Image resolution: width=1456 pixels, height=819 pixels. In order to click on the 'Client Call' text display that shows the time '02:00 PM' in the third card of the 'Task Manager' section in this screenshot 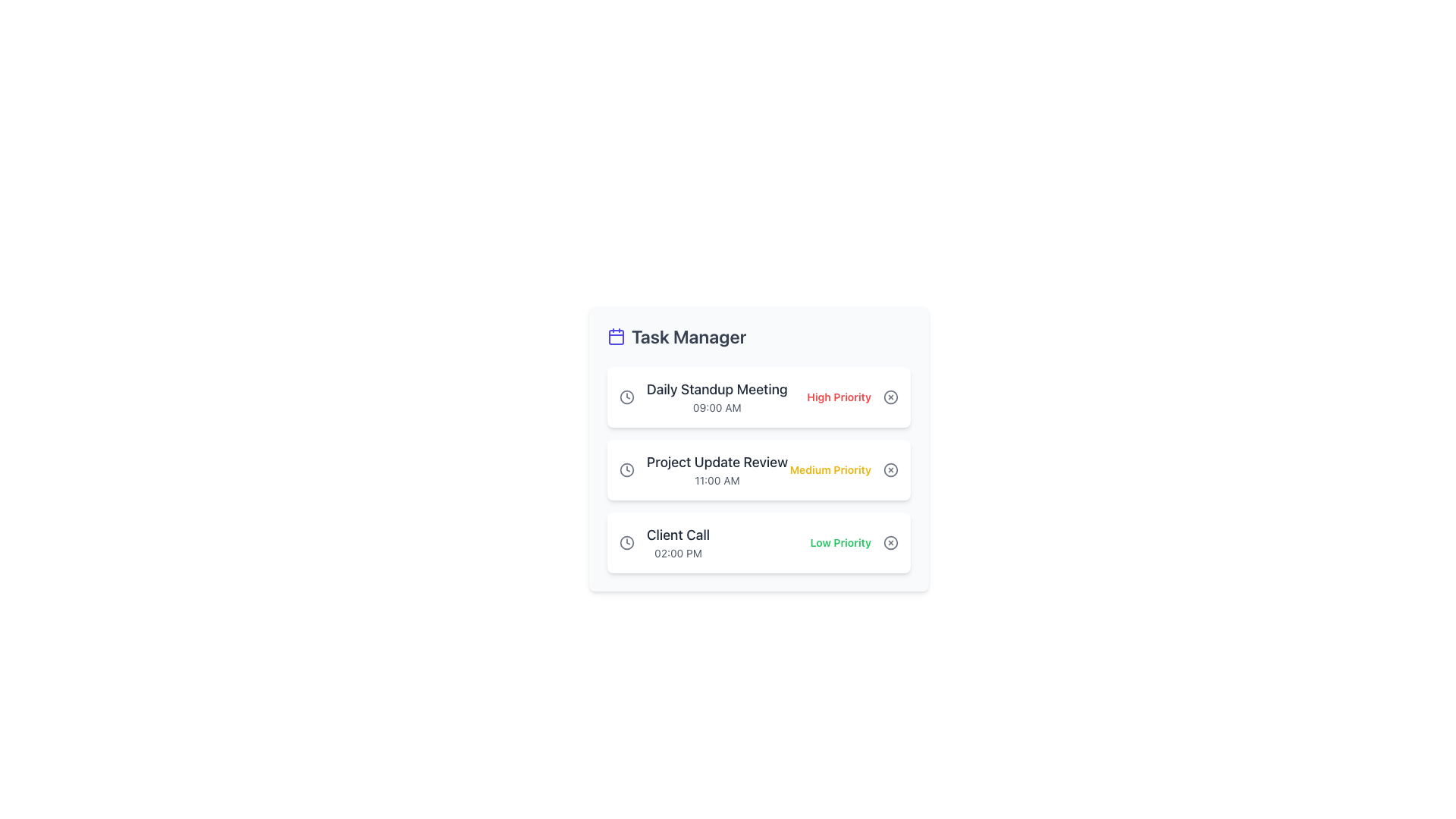, I will do `click(677, 542)`.